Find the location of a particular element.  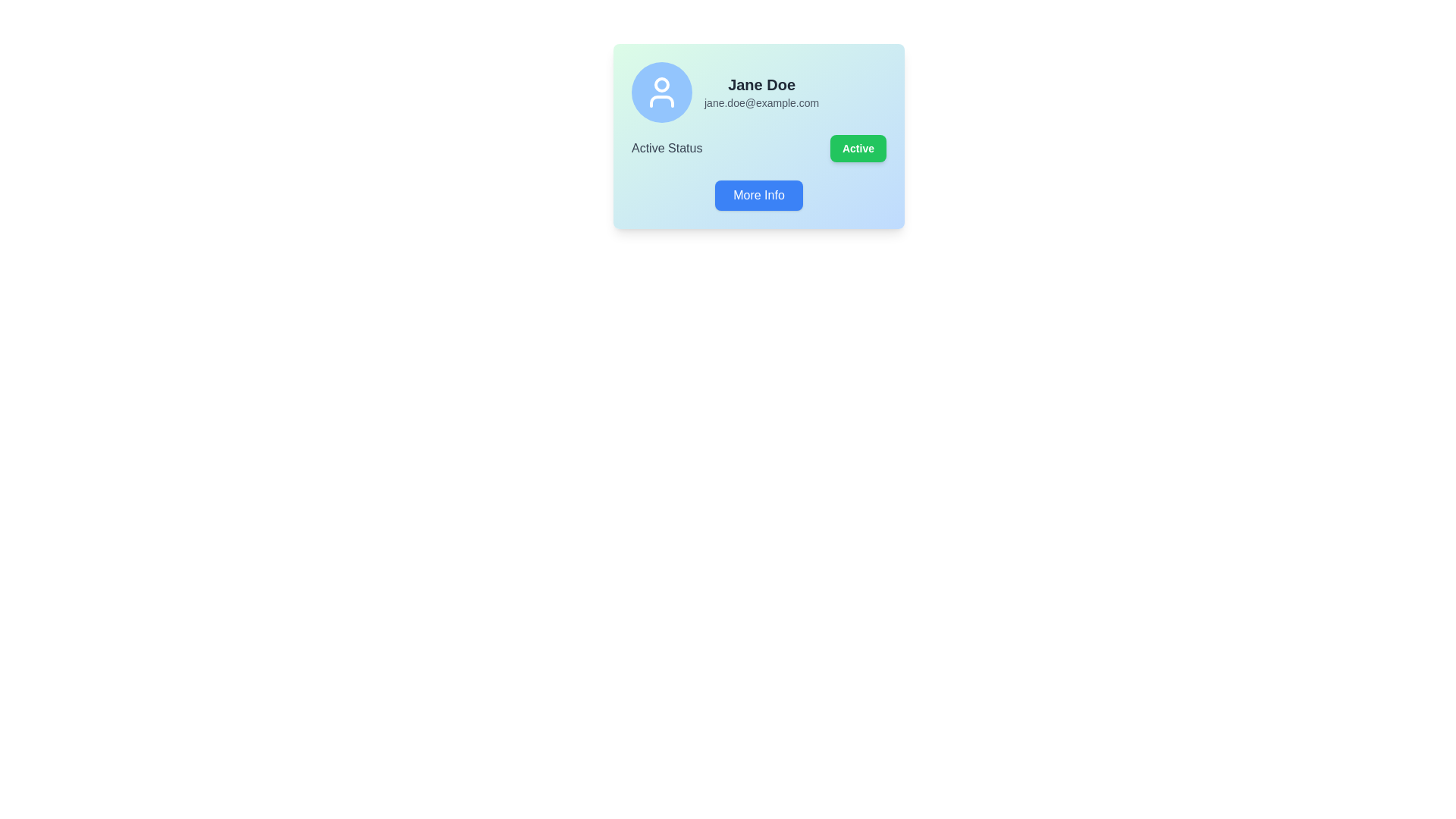

the composite element displaying the blue icon with a user silhouette and the text 'Jane Doe' and 'jane.doe@example.com' is located at coordinates (759, 93).